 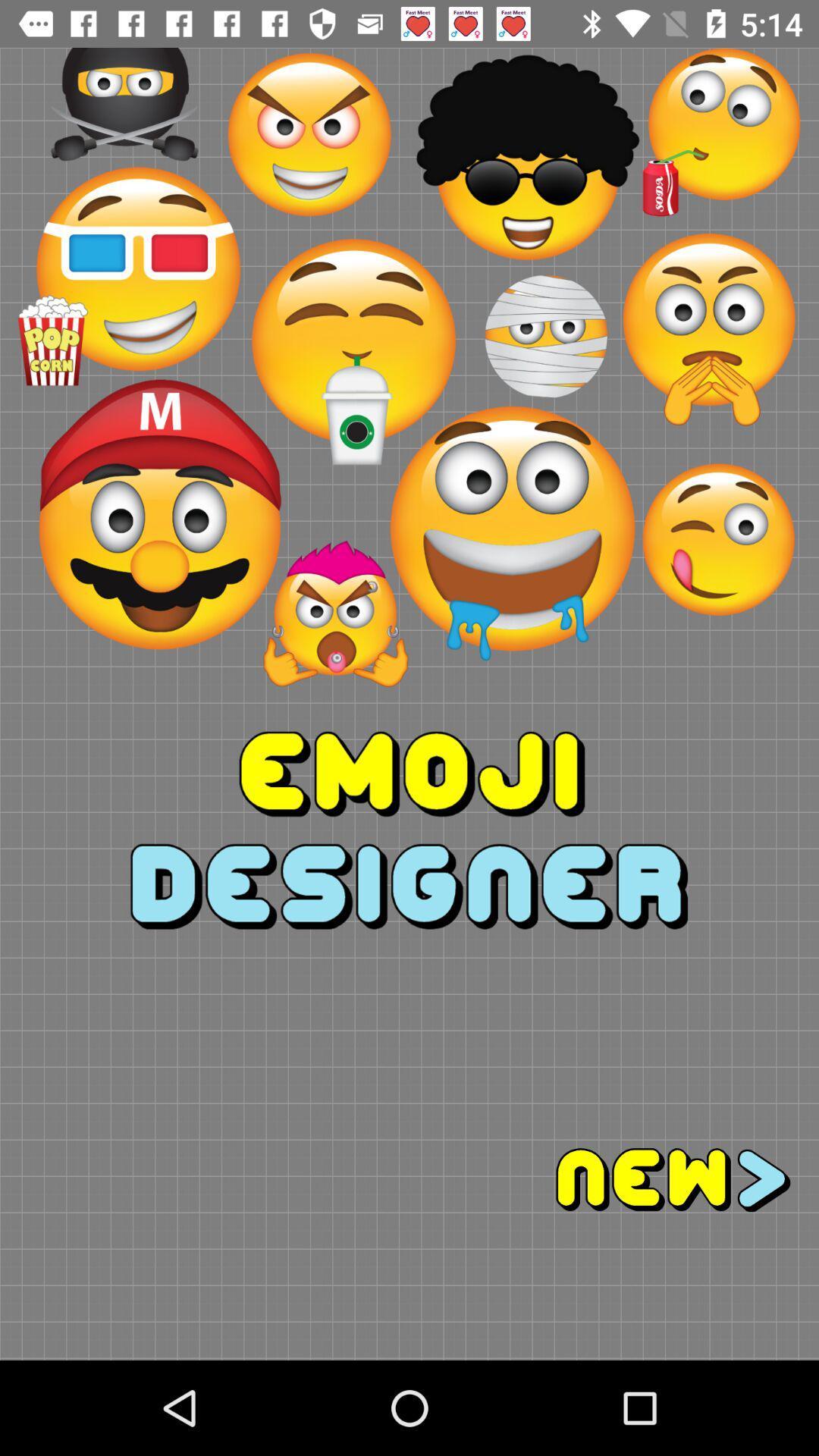 What do you see at coordinates (614, 1179) in the screenshot?
I see `go next` at bounding box center [614, 1179].